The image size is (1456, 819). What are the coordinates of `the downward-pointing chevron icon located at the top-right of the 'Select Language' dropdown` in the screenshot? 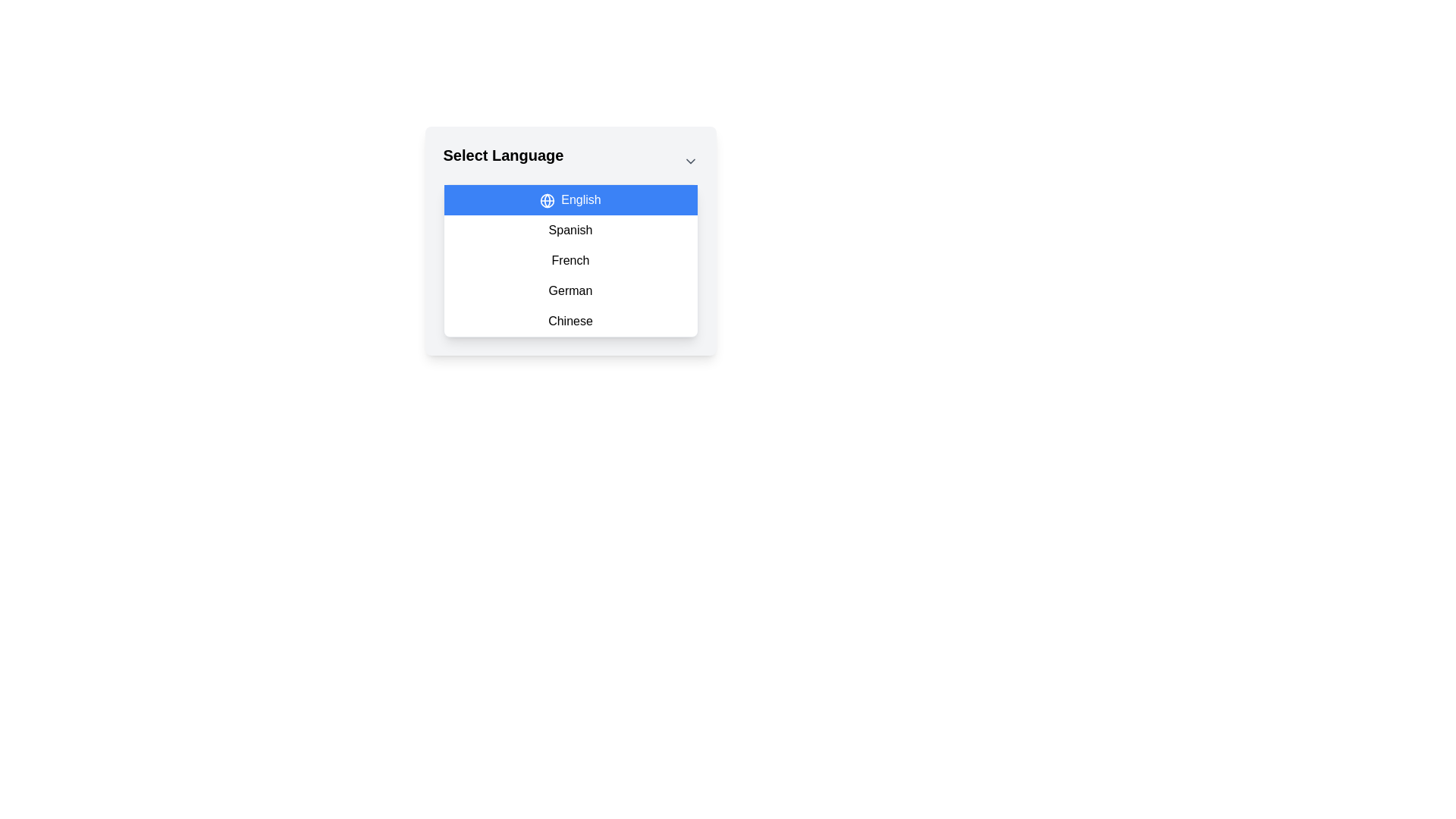 It's located at (689, 161).